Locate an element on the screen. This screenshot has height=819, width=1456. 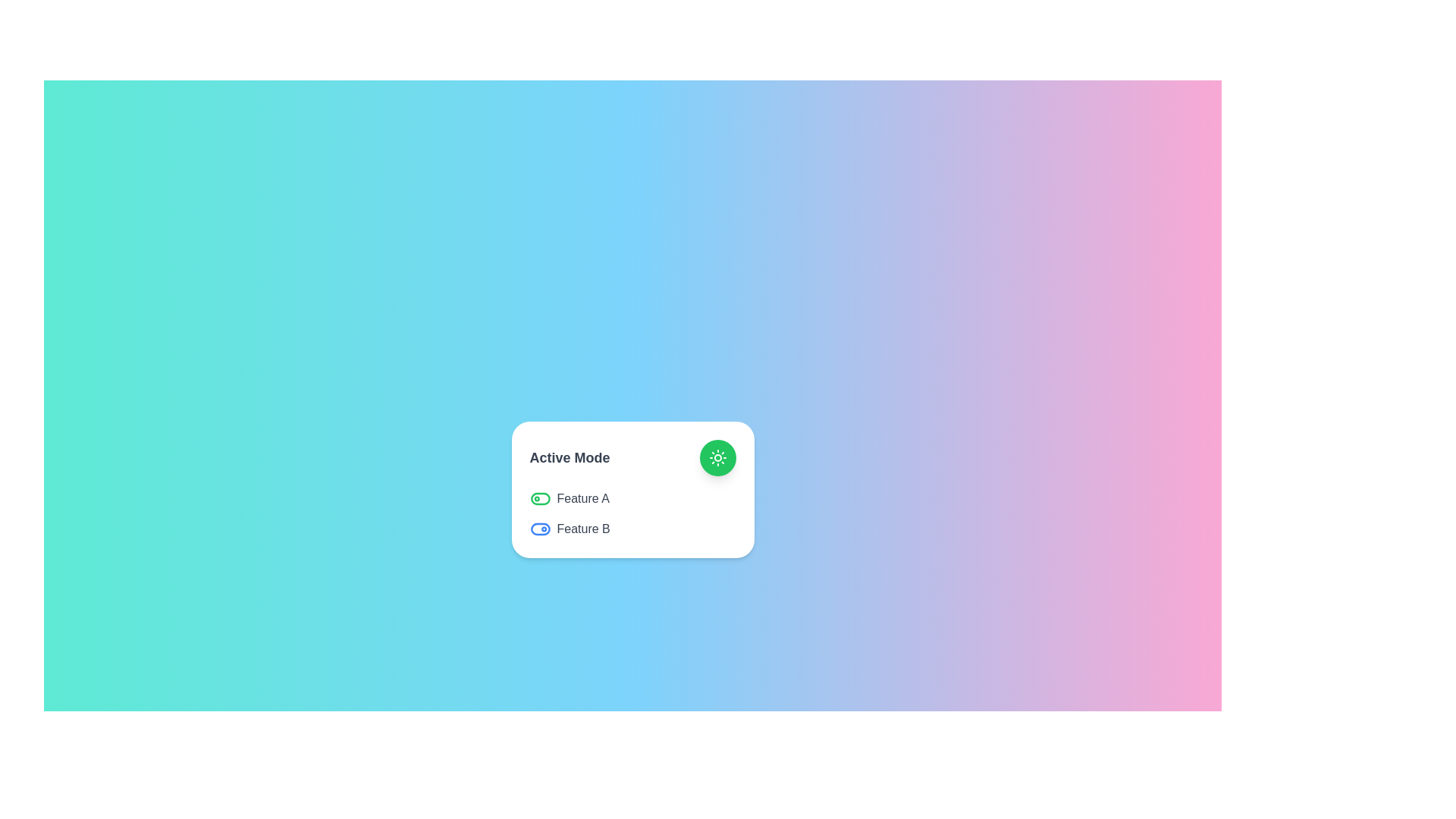
the text label 'Feature B' which is a dark gray sans-serif font label indicating the status of a feature, located to the right of its toggle icon and positioned beneath 'Active Mode' is located at coordinates (582, 529).